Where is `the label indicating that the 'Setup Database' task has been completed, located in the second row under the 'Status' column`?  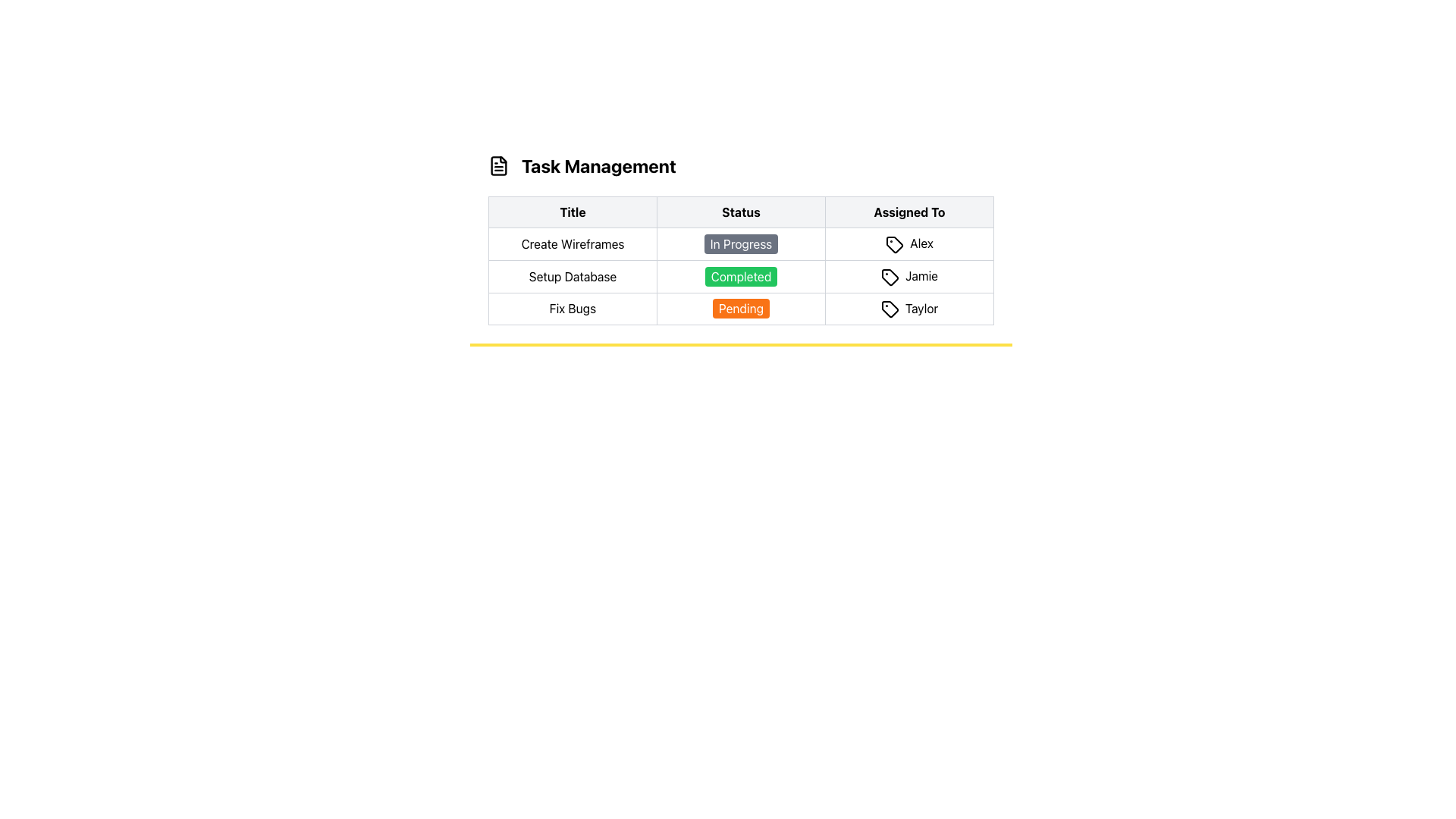
the label indicating that the 'Setup Database' task has been completed, located in the second row under the 'Status' column is located at coordinates (741, 276).